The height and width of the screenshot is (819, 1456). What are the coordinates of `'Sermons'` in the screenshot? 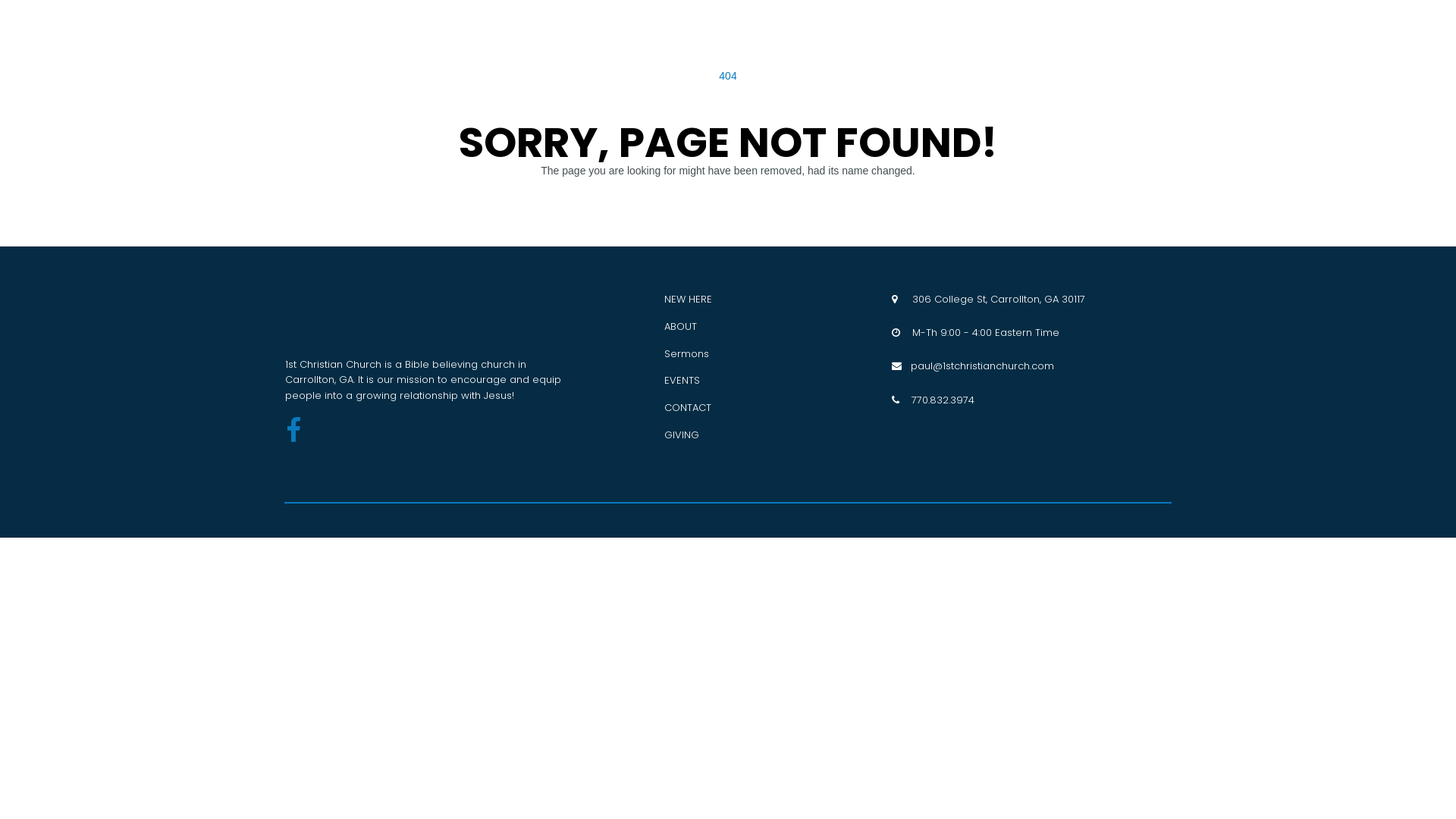 It's located at (686, 353).